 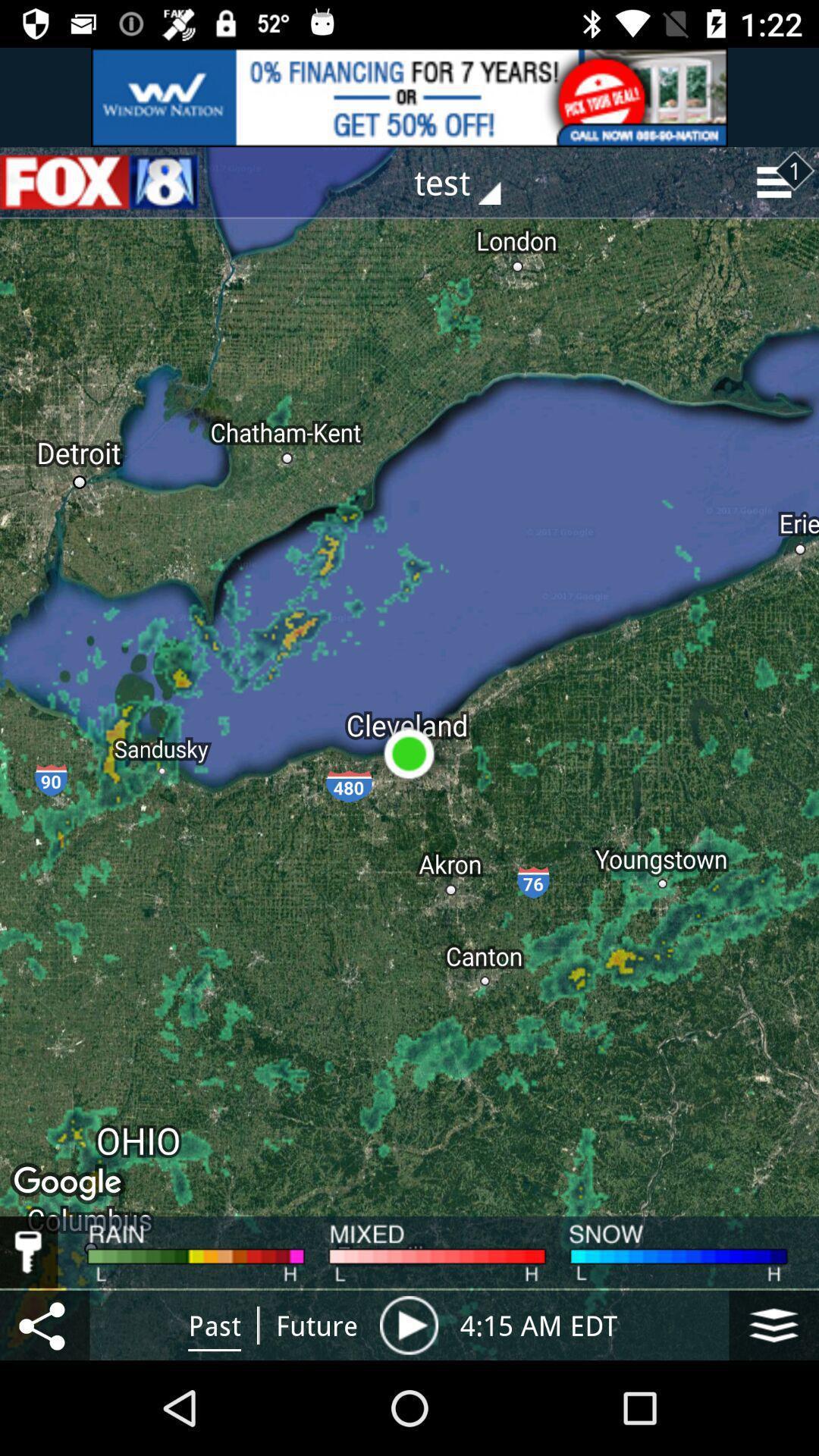 What do you see at coordinates (316, 1324) in the screenshot?
I see `the option next to past at the bottom` at bounding box center [316, 1324].